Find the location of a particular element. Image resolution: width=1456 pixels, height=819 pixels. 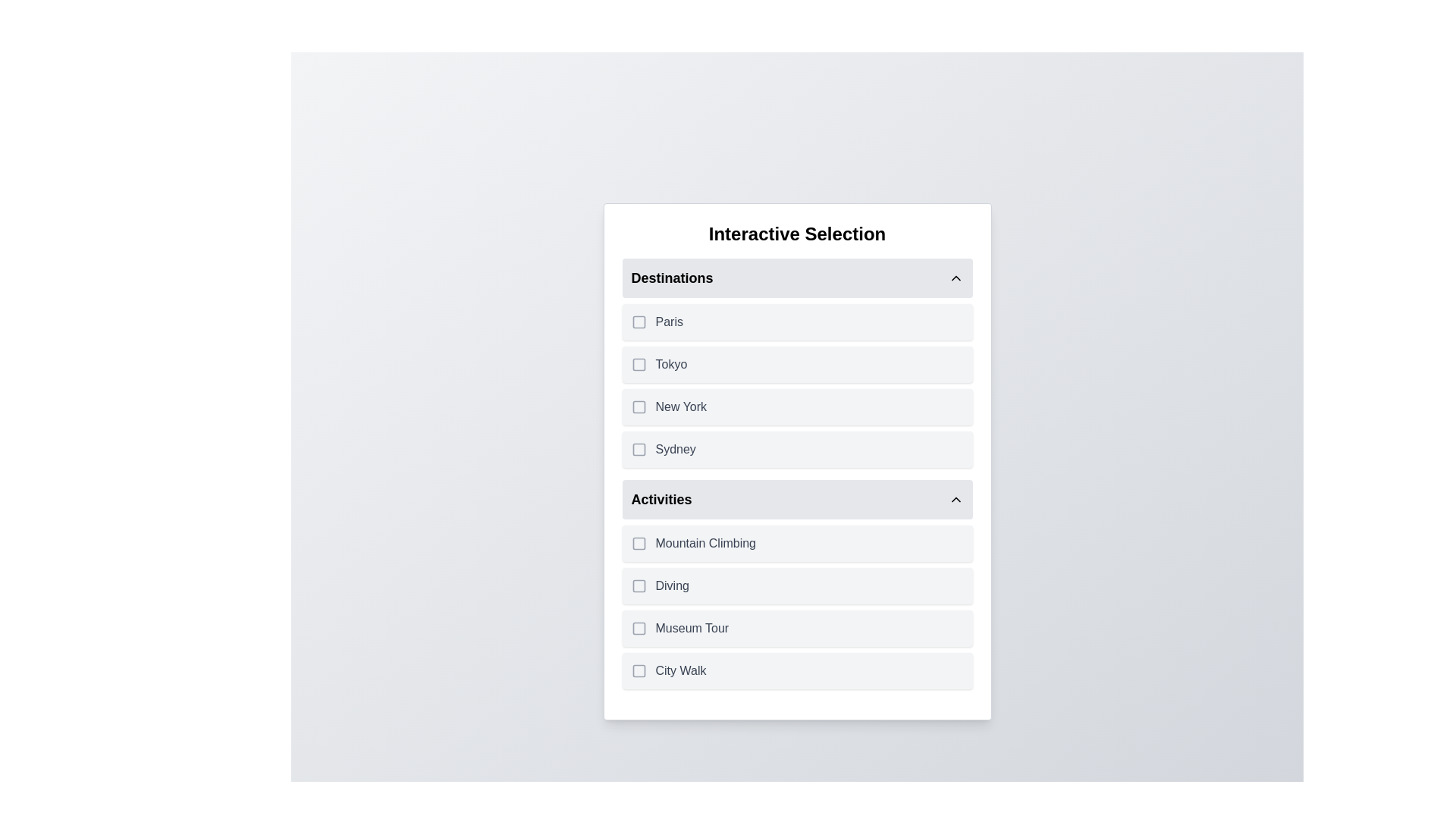

the item Museum Tour to trigger its hover effect is located at coordinates (796, 629).